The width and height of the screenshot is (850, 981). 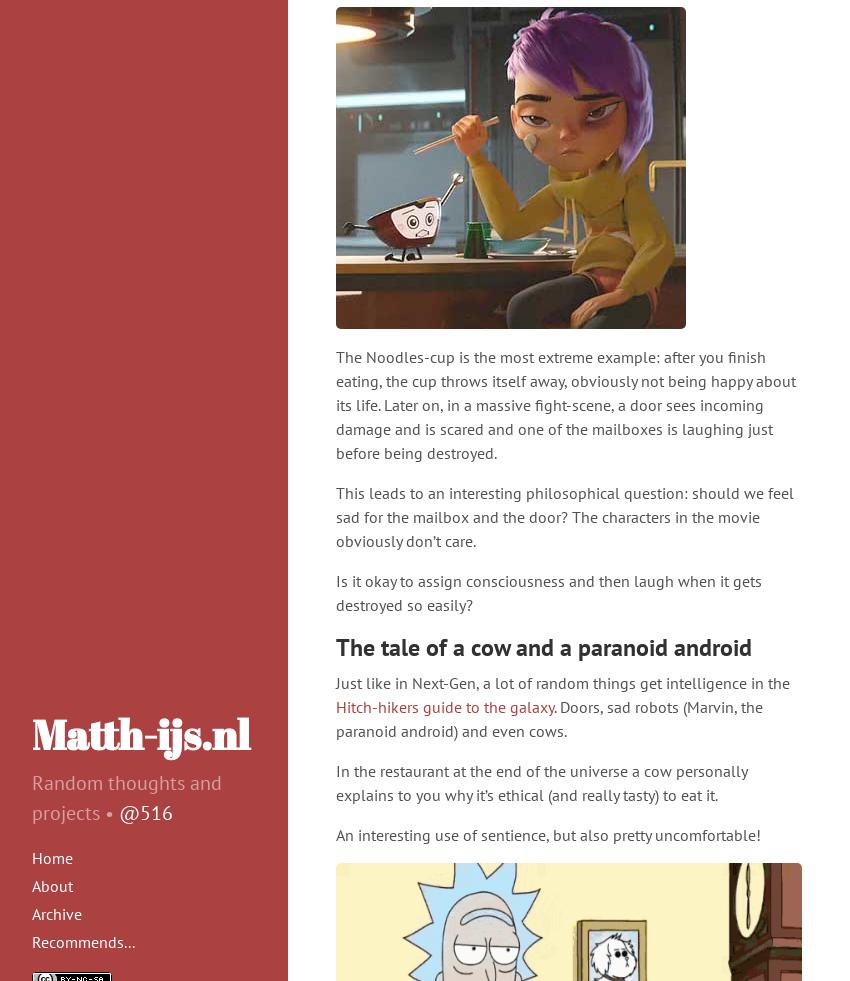 What do you see at coordinates (547, 835) in the screenshot?
I see `'An interesting use of sentience, but also pretty uncomfortable!'` at bounding box center [547, 835].